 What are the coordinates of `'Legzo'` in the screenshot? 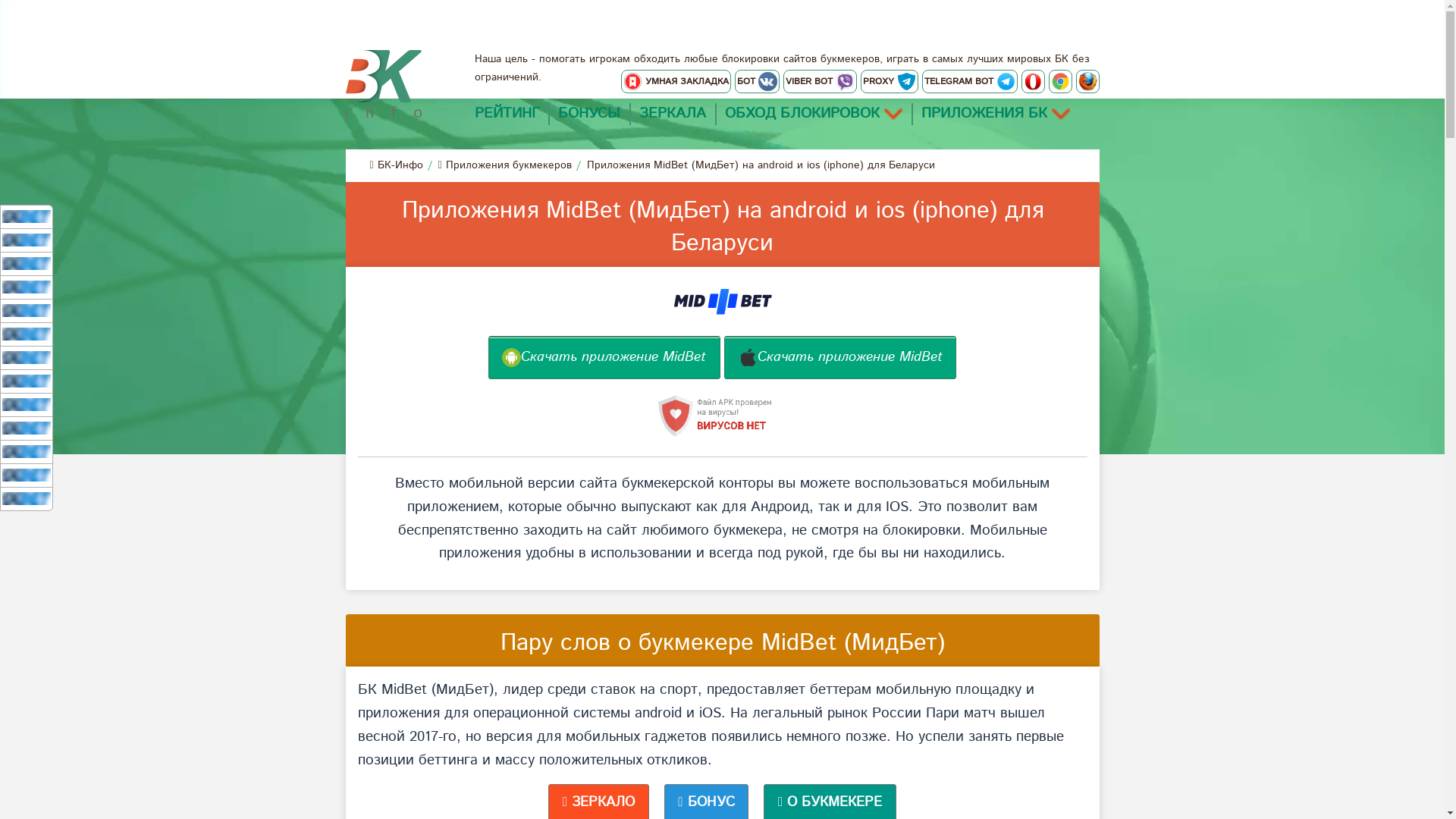 It's located at (26, 450).